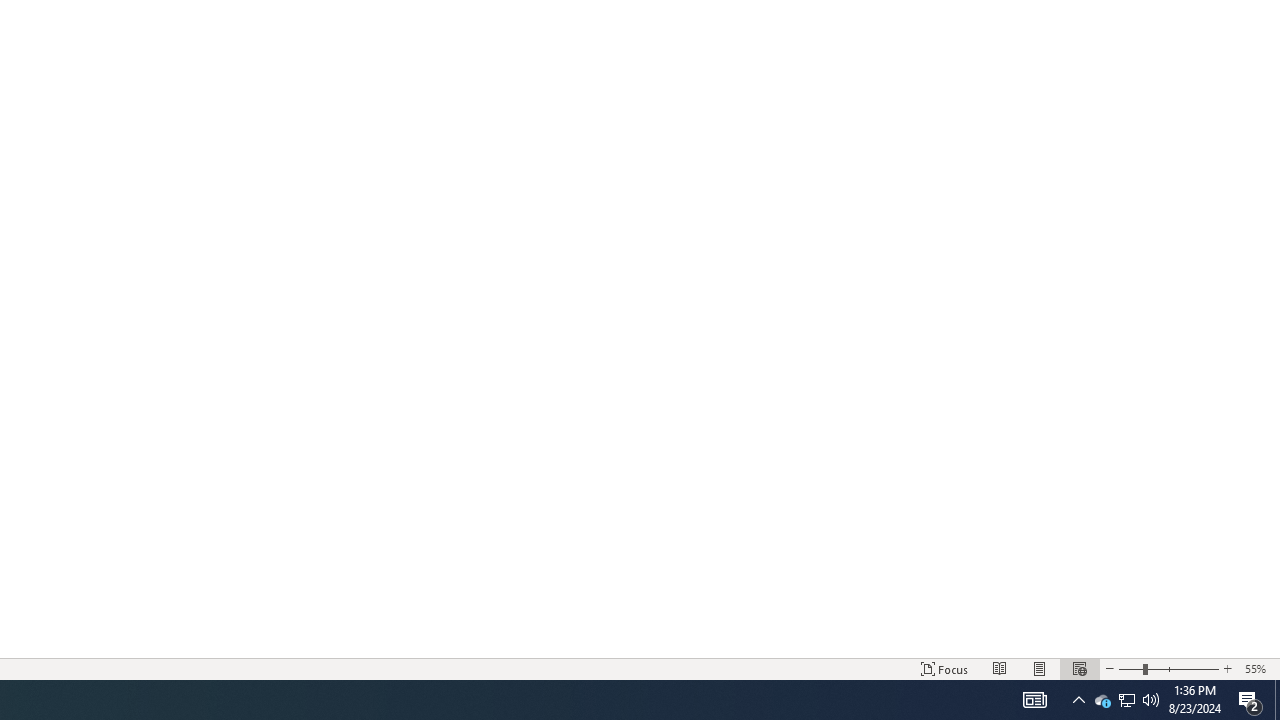 This screenshot has height=720, width=1280. I want to click on 'Web Layout', so click(1078, 669).